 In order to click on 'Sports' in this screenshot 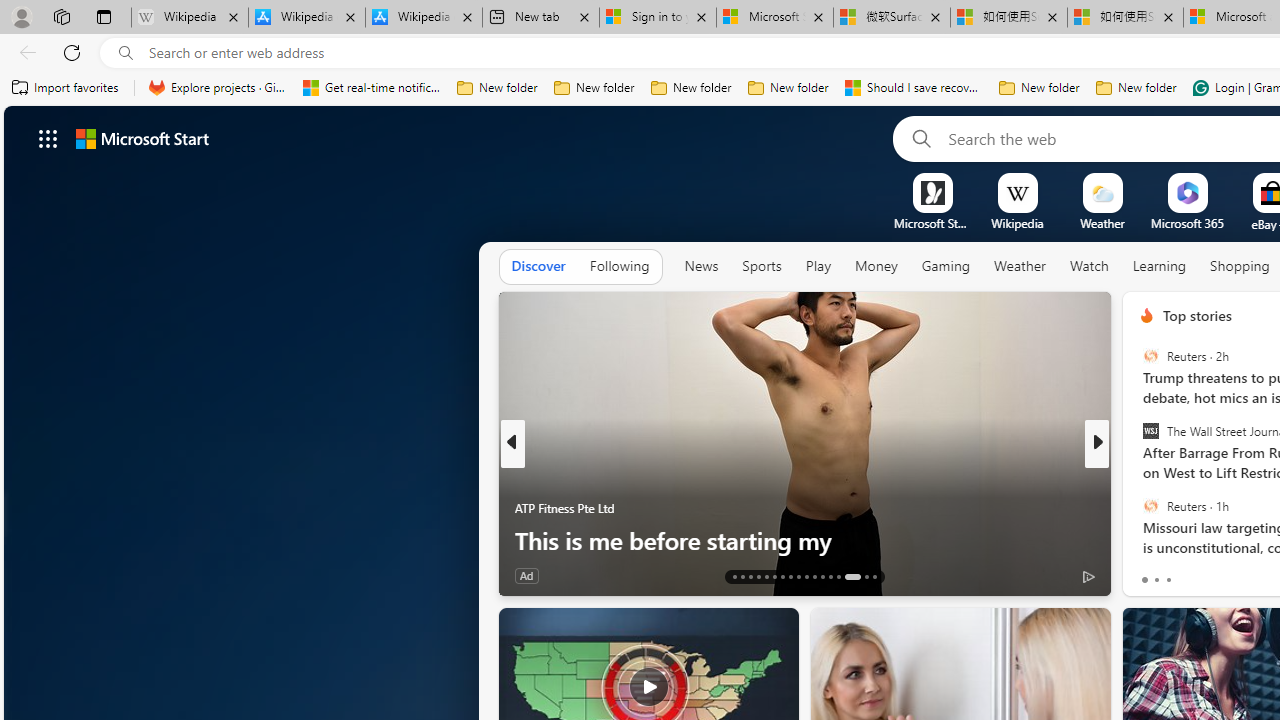, I will do `click(760, 265)`.